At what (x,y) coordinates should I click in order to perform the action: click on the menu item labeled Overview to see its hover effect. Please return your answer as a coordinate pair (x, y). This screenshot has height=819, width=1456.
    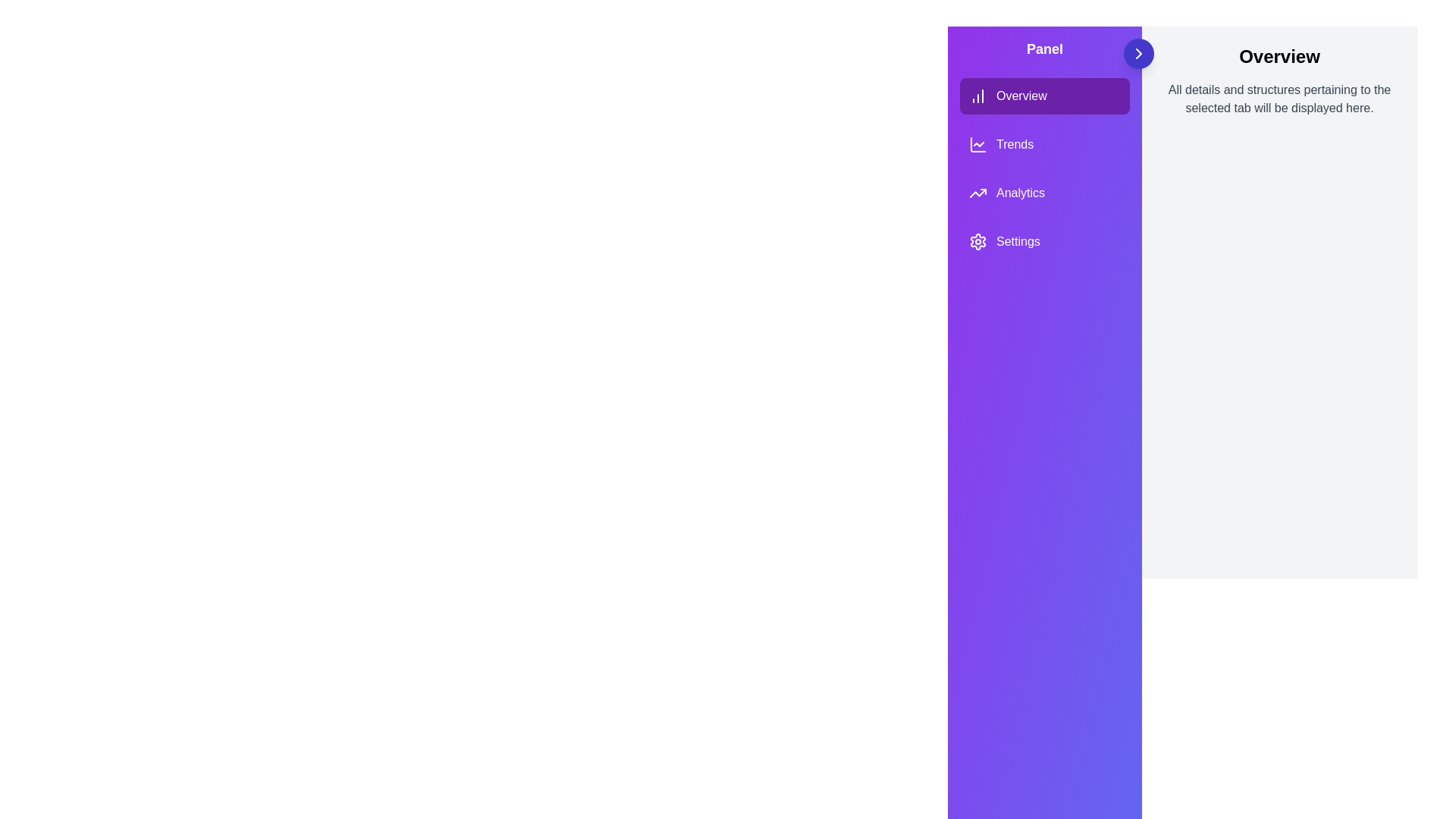
    Looking at the image, I should click on (1043, 96).